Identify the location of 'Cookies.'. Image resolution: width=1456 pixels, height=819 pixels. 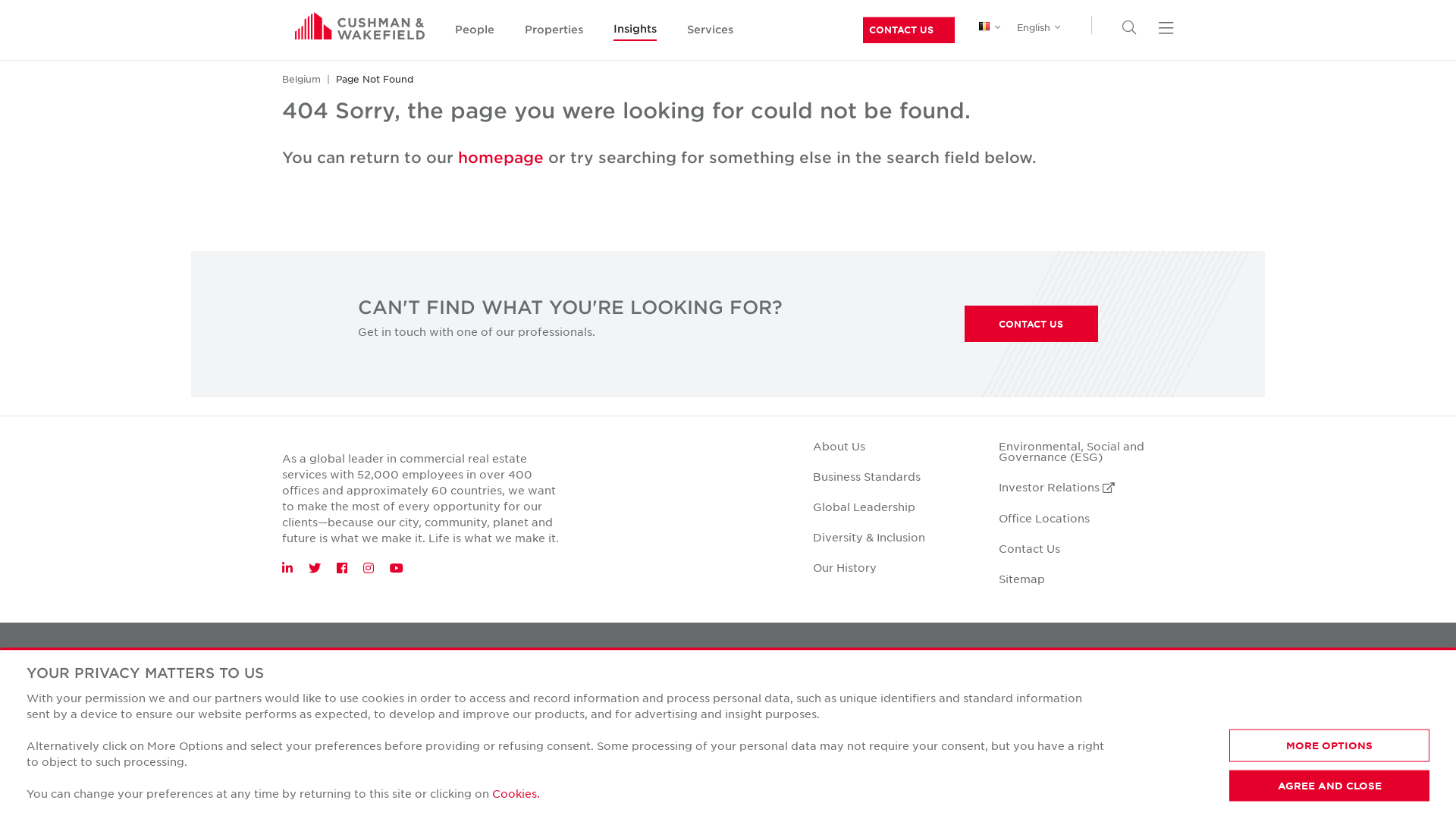
(491, 792).